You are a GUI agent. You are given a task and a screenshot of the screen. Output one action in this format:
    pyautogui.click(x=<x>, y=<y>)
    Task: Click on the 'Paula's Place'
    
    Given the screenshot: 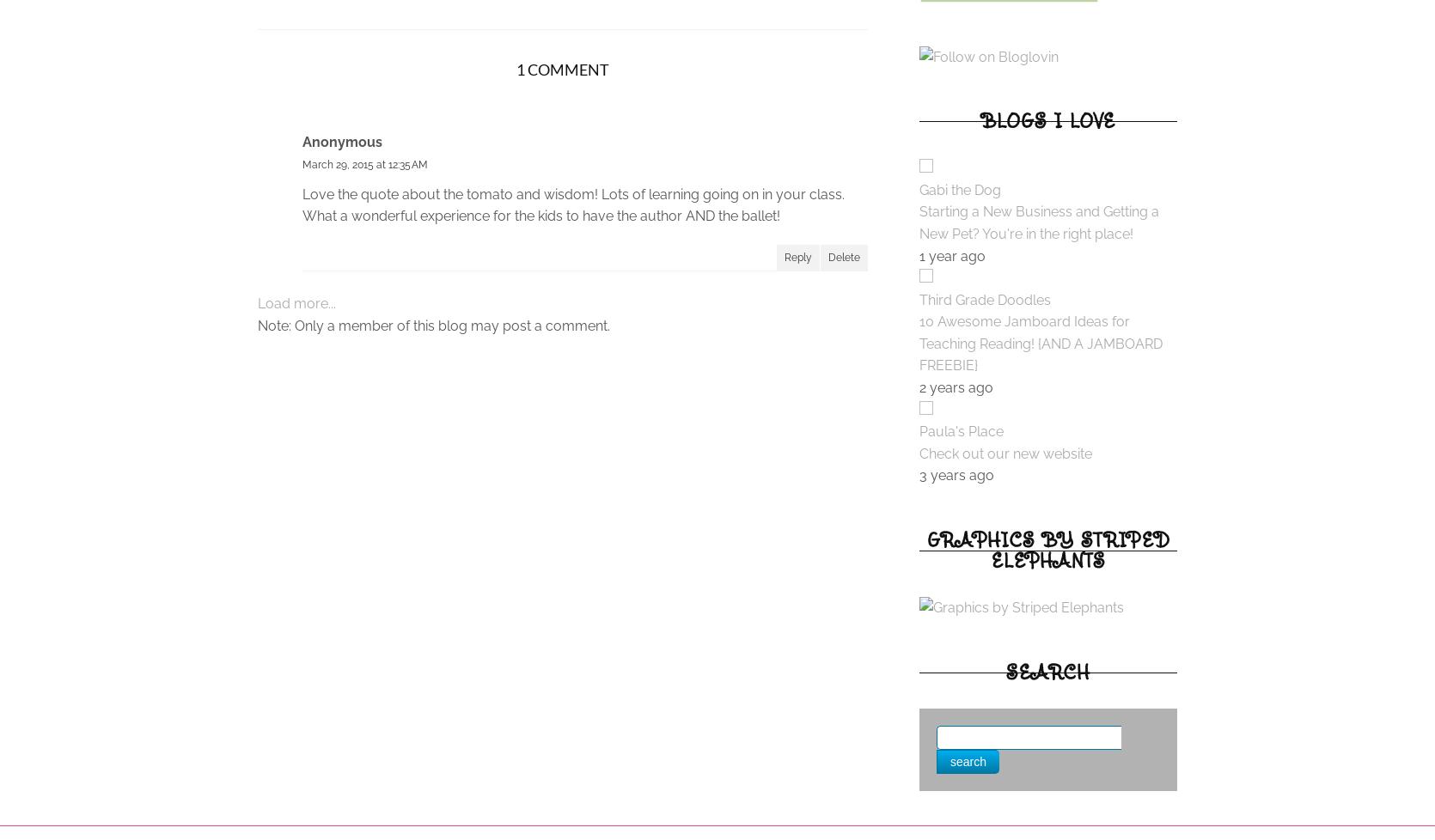 What is the action you would take?
    pyautogui.click(x=919, y=431)
    